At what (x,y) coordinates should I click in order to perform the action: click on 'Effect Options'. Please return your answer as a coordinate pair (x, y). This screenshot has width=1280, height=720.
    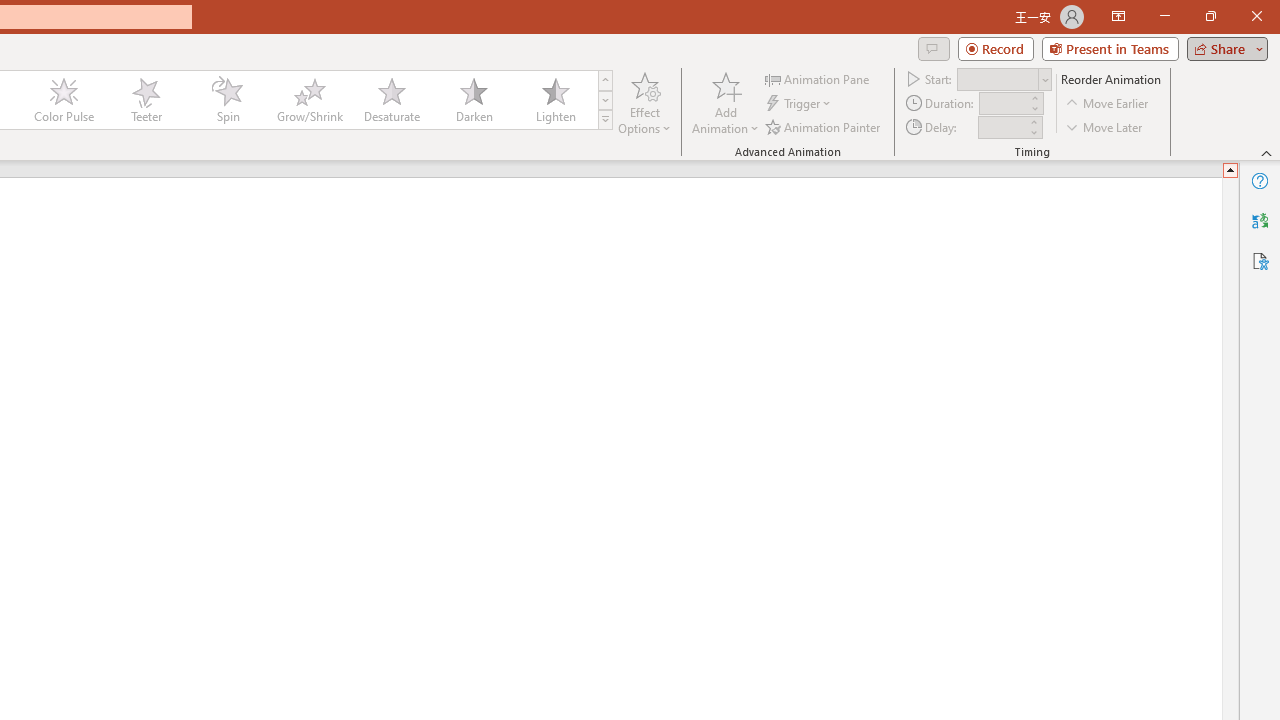
    Looking at the image, I should click on (645, 103).